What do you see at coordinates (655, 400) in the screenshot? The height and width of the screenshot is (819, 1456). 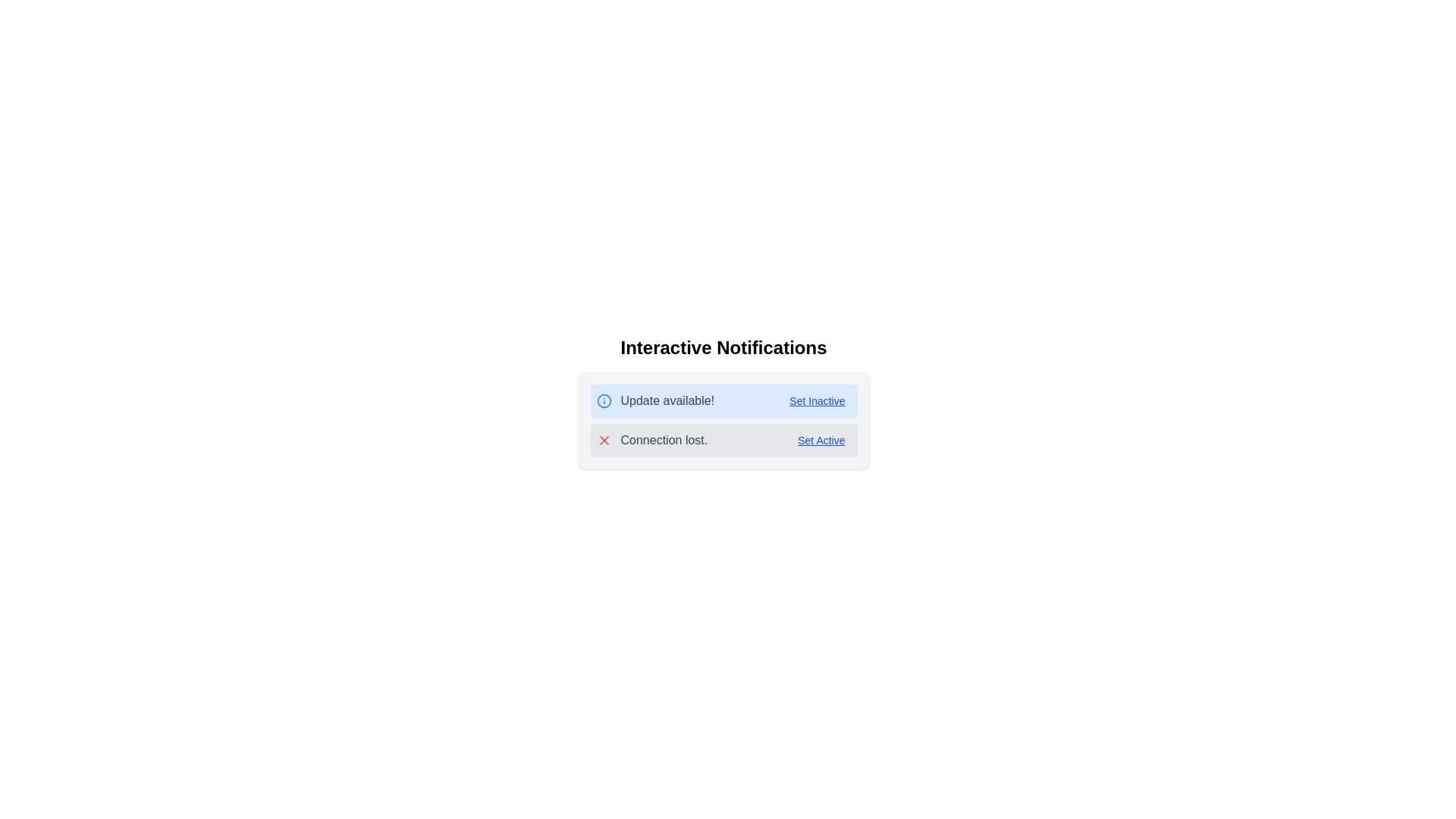 I see `the informational text with icon that indicates the availability of an update` at bounding box center [655, 400].